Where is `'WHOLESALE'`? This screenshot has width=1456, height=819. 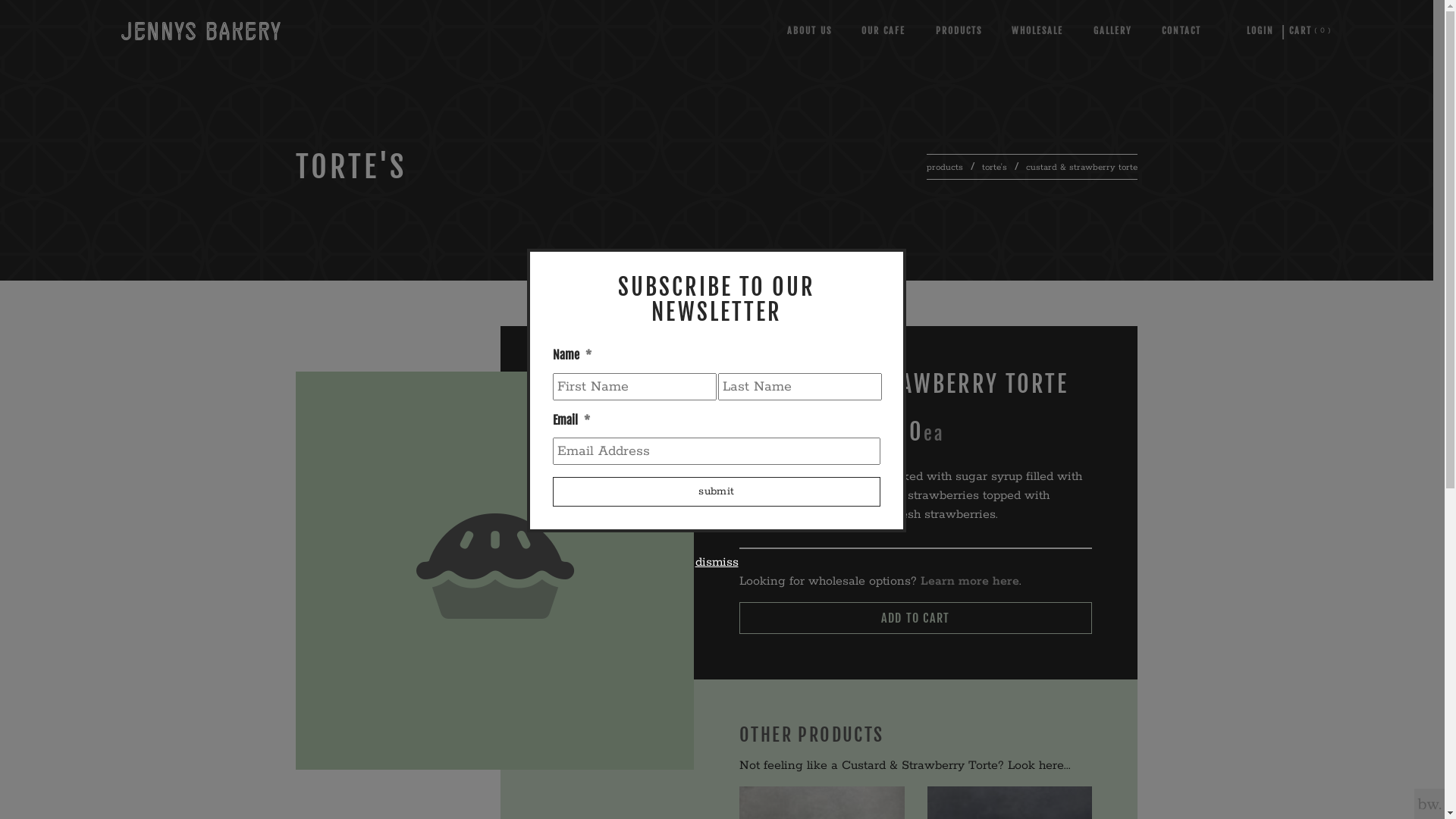
'WHOLESALE' is located at coordinates (1037, 30).